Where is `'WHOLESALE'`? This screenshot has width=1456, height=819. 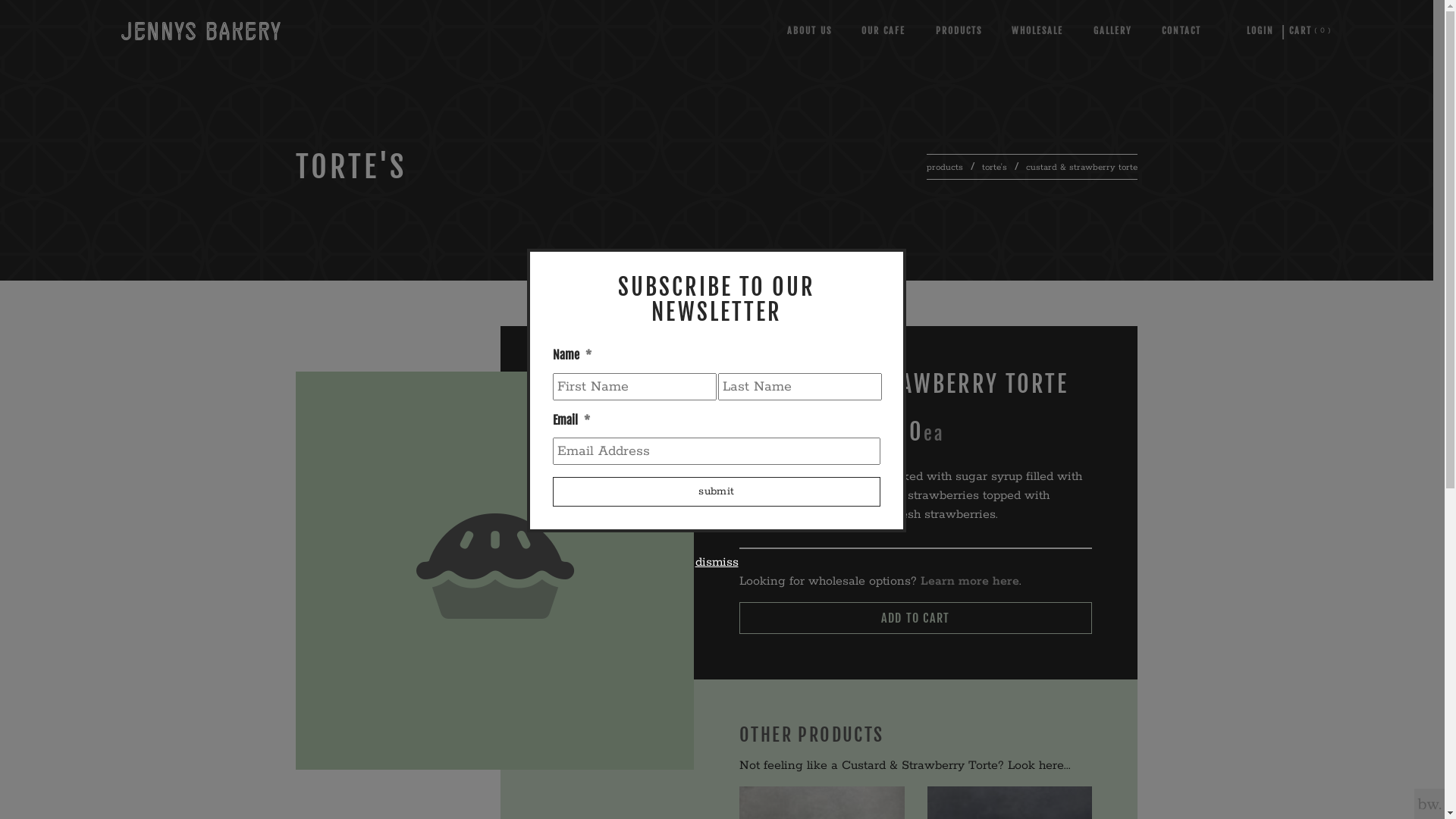
'WHOLESALE' is located at coordinates (1037, 30).